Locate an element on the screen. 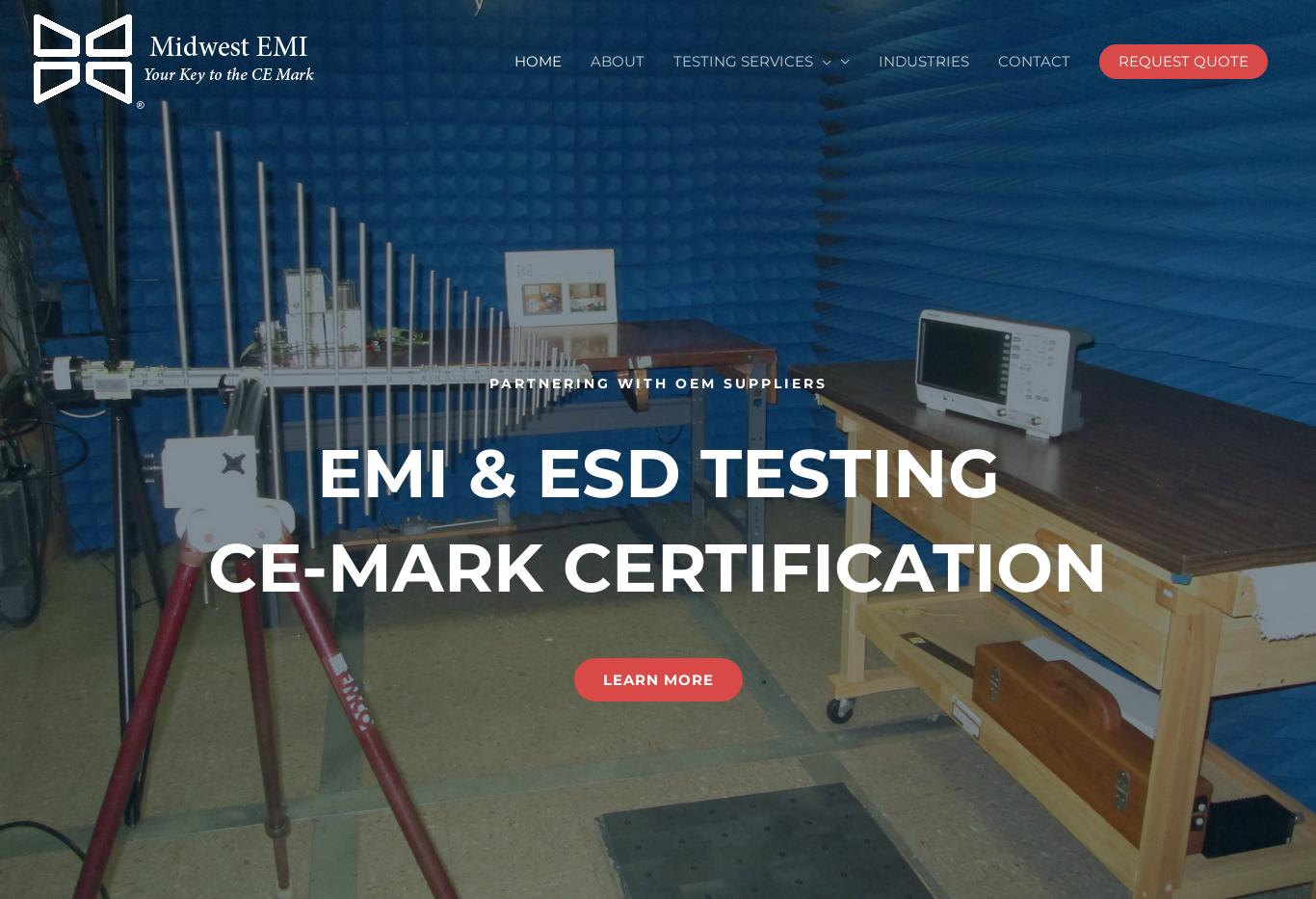  'ABOUT' is located at coordinates (617, 61).